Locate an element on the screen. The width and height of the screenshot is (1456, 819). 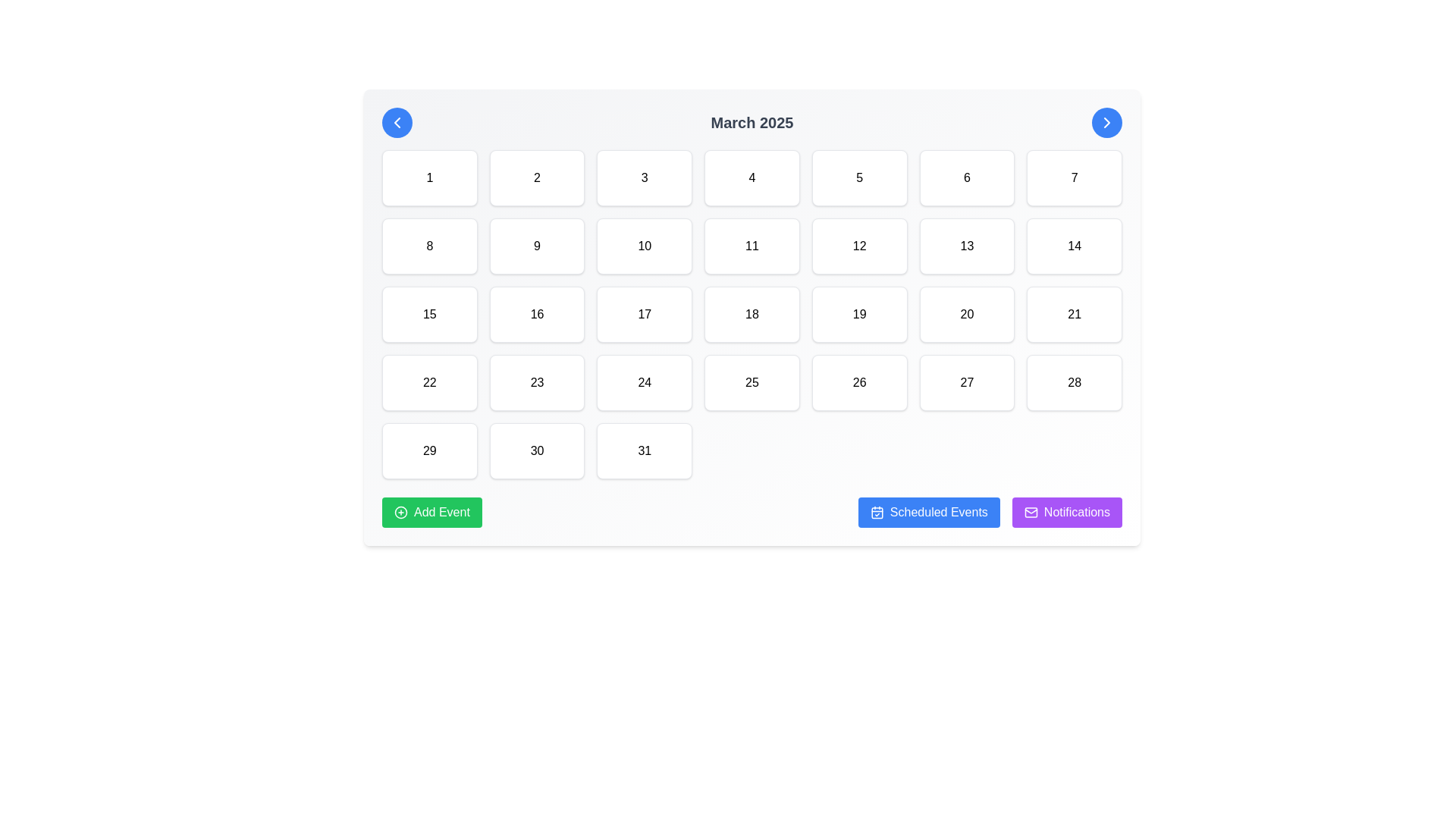
the calendar date box representing the ninth day of March 2025, located in the second row, second column of the calendar grid is located at coordinates (537, 245).